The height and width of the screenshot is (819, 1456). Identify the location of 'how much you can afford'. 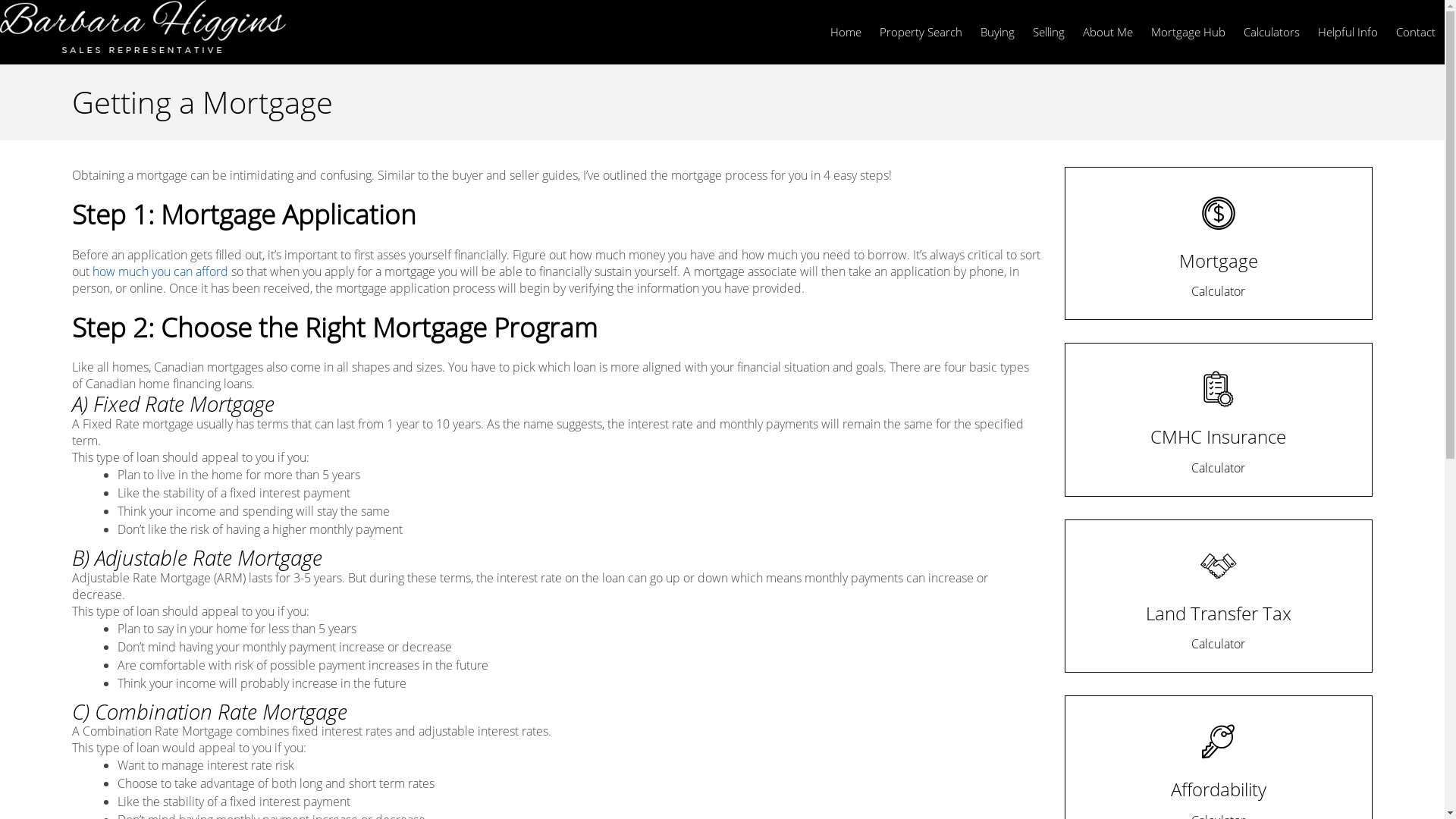
(160, 270).